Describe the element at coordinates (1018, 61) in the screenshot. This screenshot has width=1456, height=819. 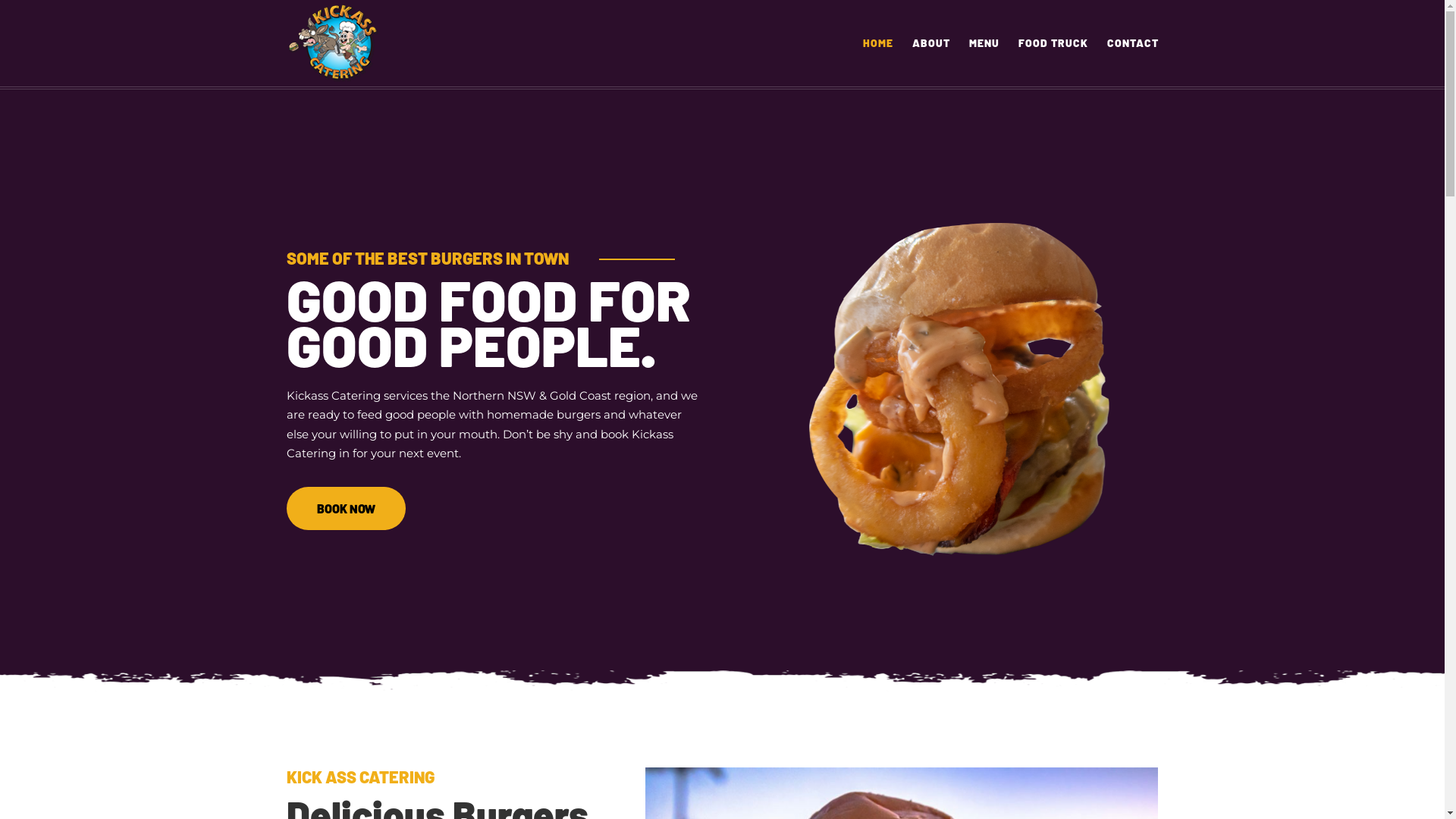
I see `'FOOD TRUCK'` at that location.